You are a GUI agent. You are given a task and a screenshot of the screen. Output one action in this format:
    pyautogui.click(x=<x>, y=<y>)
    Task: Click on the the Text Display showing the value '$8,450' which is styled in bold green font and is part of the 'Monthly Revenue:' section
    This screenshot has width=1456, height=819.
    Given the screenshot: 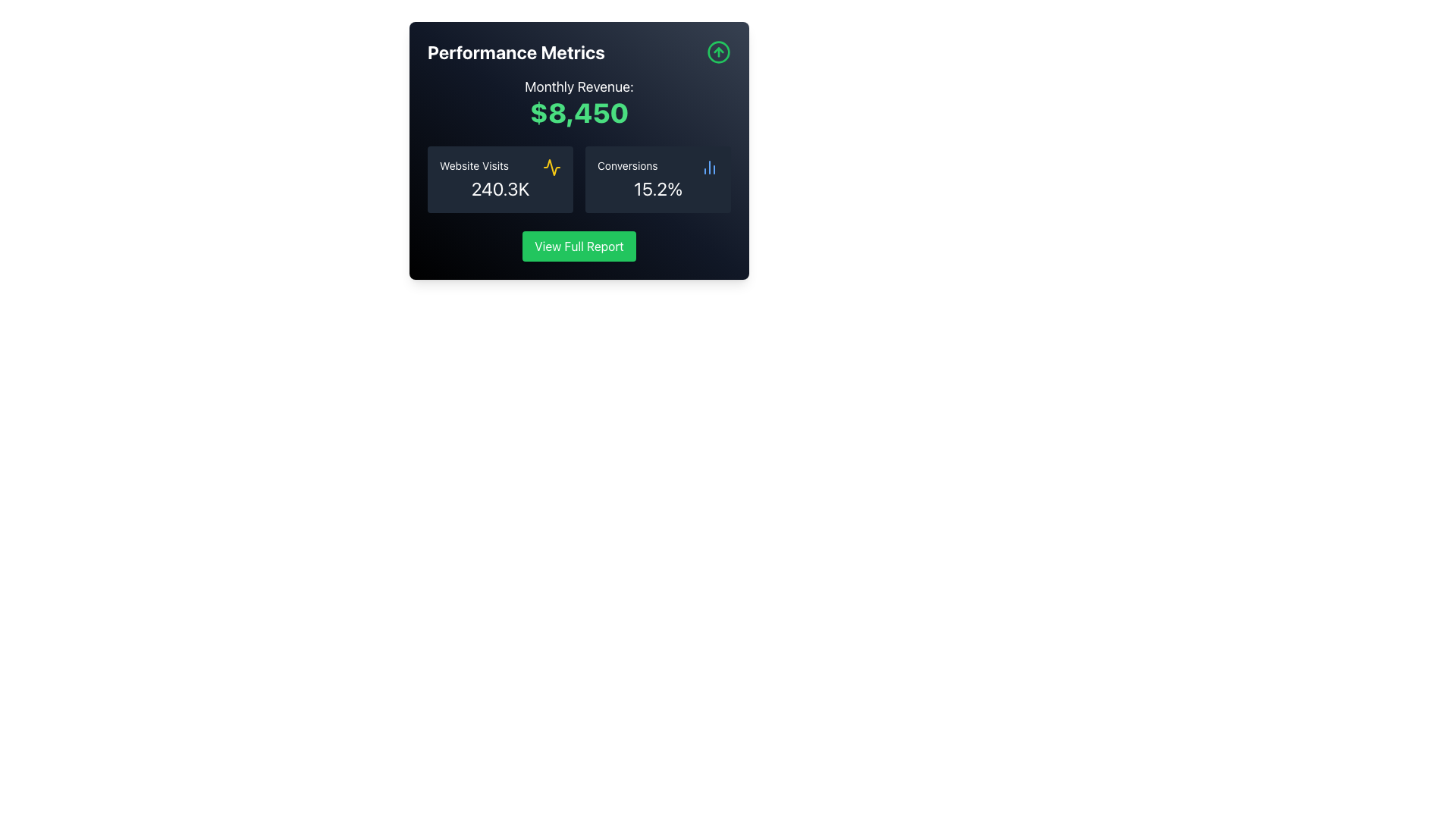 What is the action you would take?
    pyautogui.click(x=578, y=112)
    